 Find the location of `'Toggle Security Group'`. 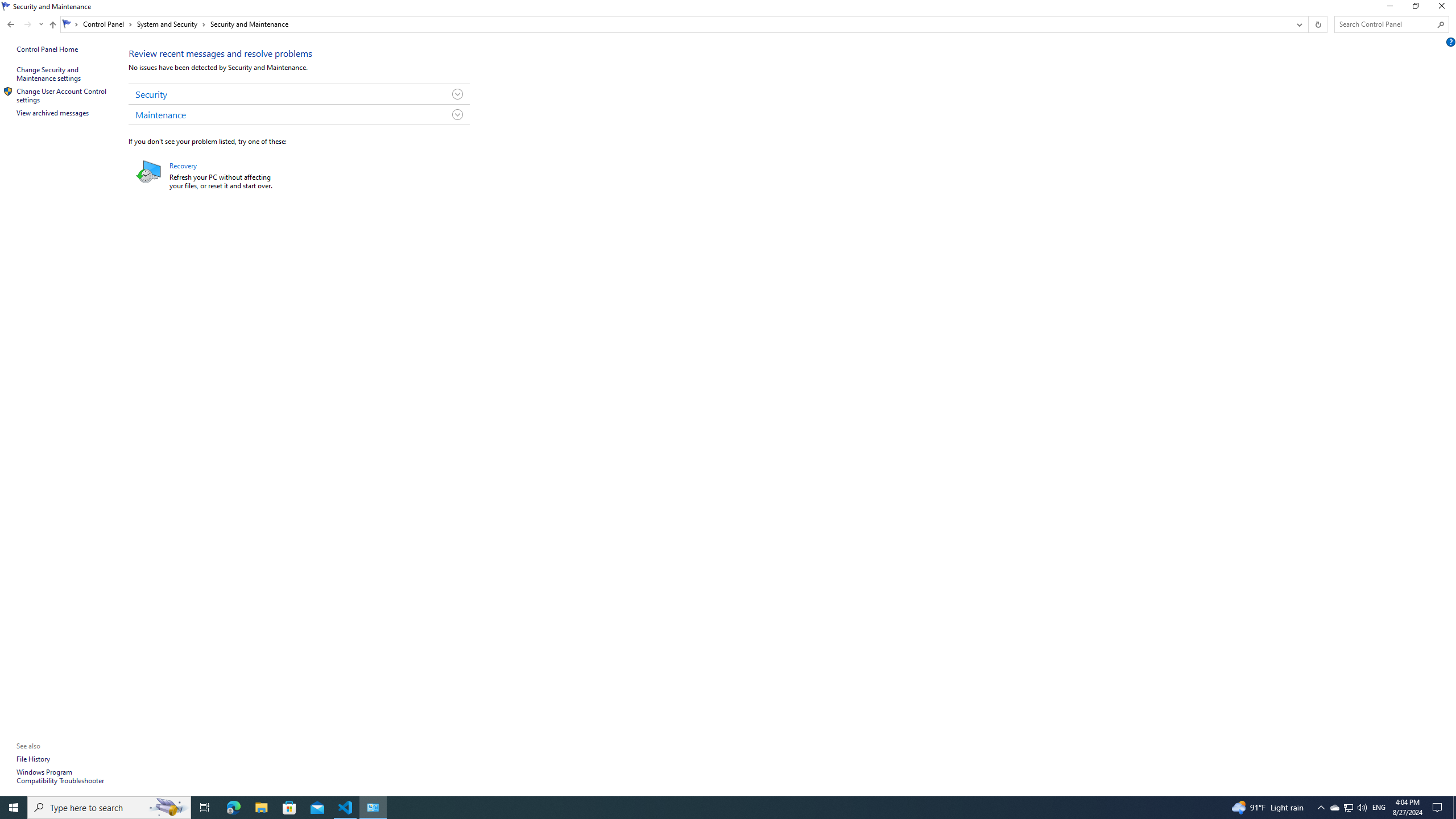

'Toggle Security Group' is located at coordinates (457, 93).